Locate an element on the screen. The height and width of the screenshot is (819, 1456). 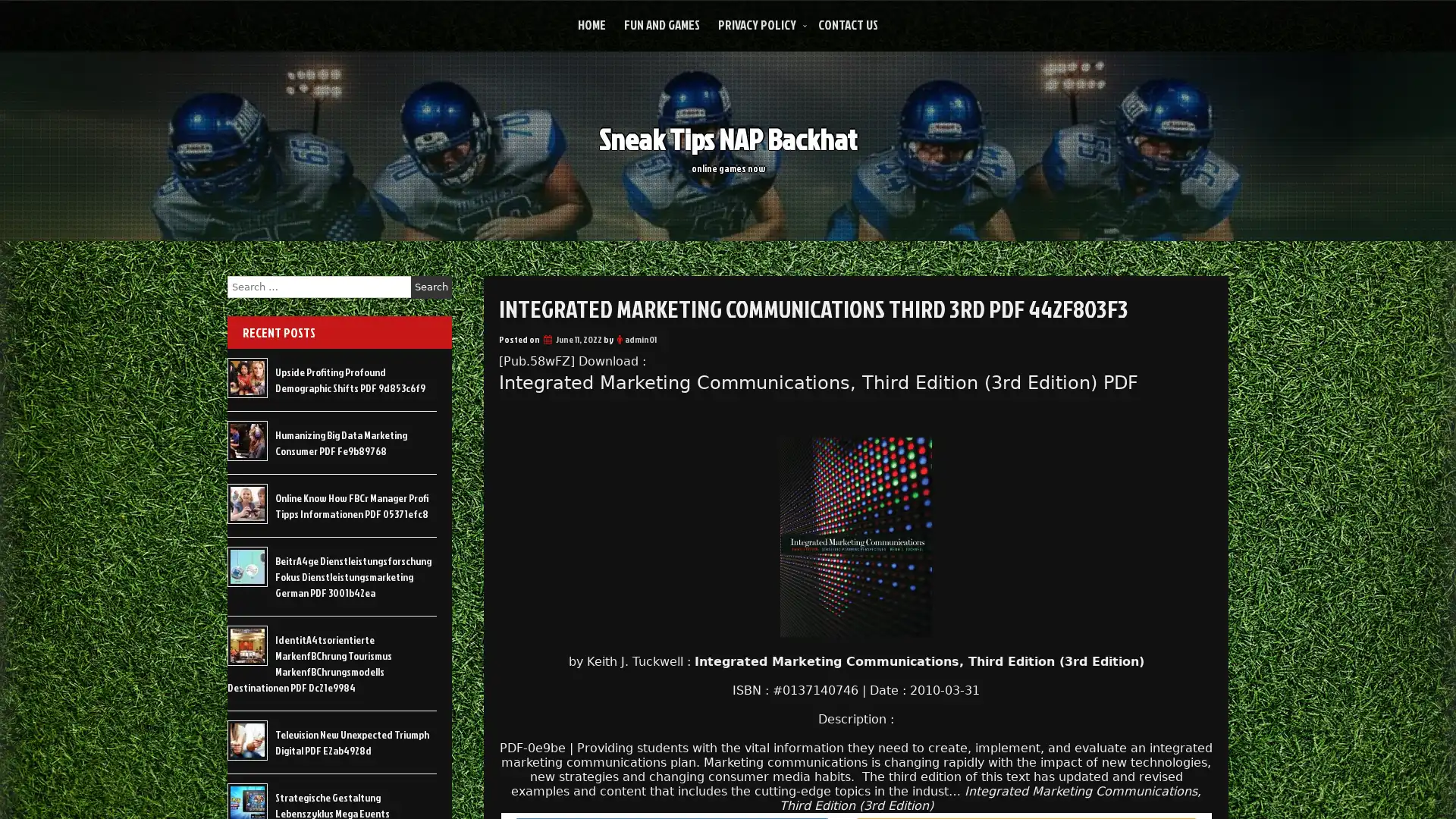
Search is located at coordinates (431, 287).